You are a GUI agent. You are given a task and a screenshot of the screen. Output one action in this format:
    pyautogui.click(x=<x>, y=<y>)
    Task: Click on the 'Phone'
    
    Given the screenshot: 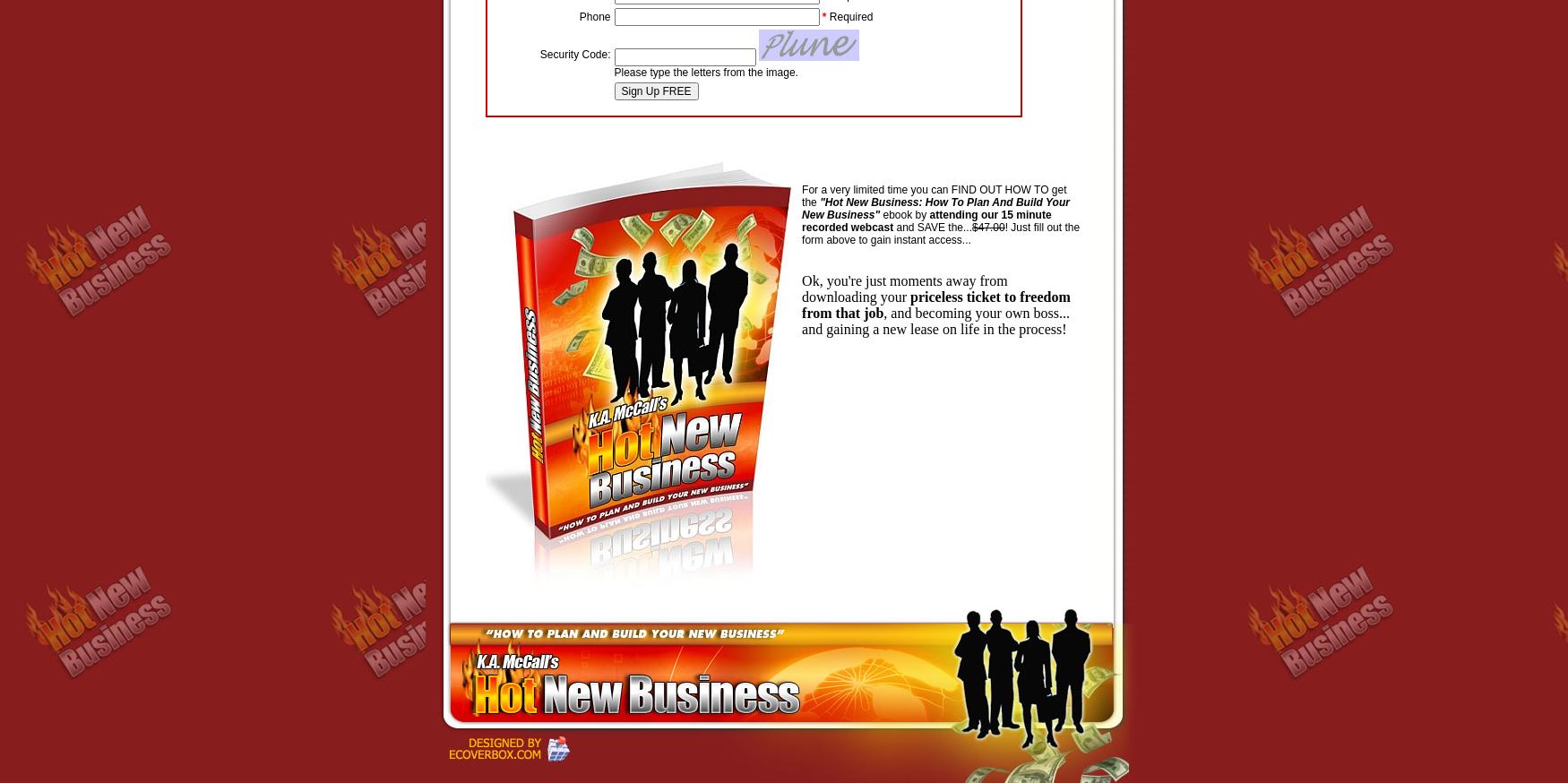 What is the action you would take?
    pyautogui.click(x=593, y=15)
    